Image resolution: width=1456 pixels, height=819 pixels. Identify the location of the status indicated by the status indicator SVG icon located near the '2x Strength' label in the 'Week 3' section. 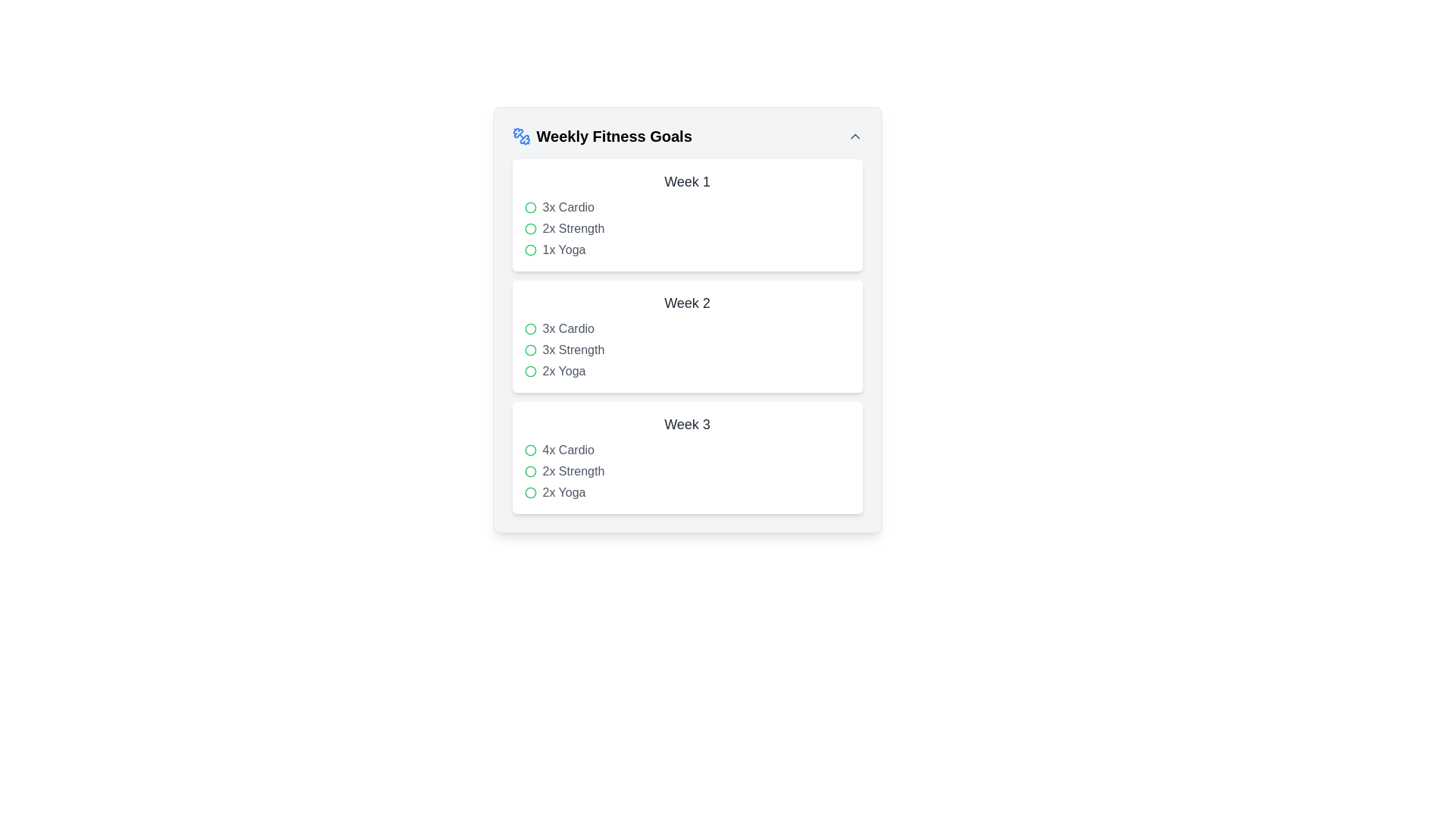
(530, 470).